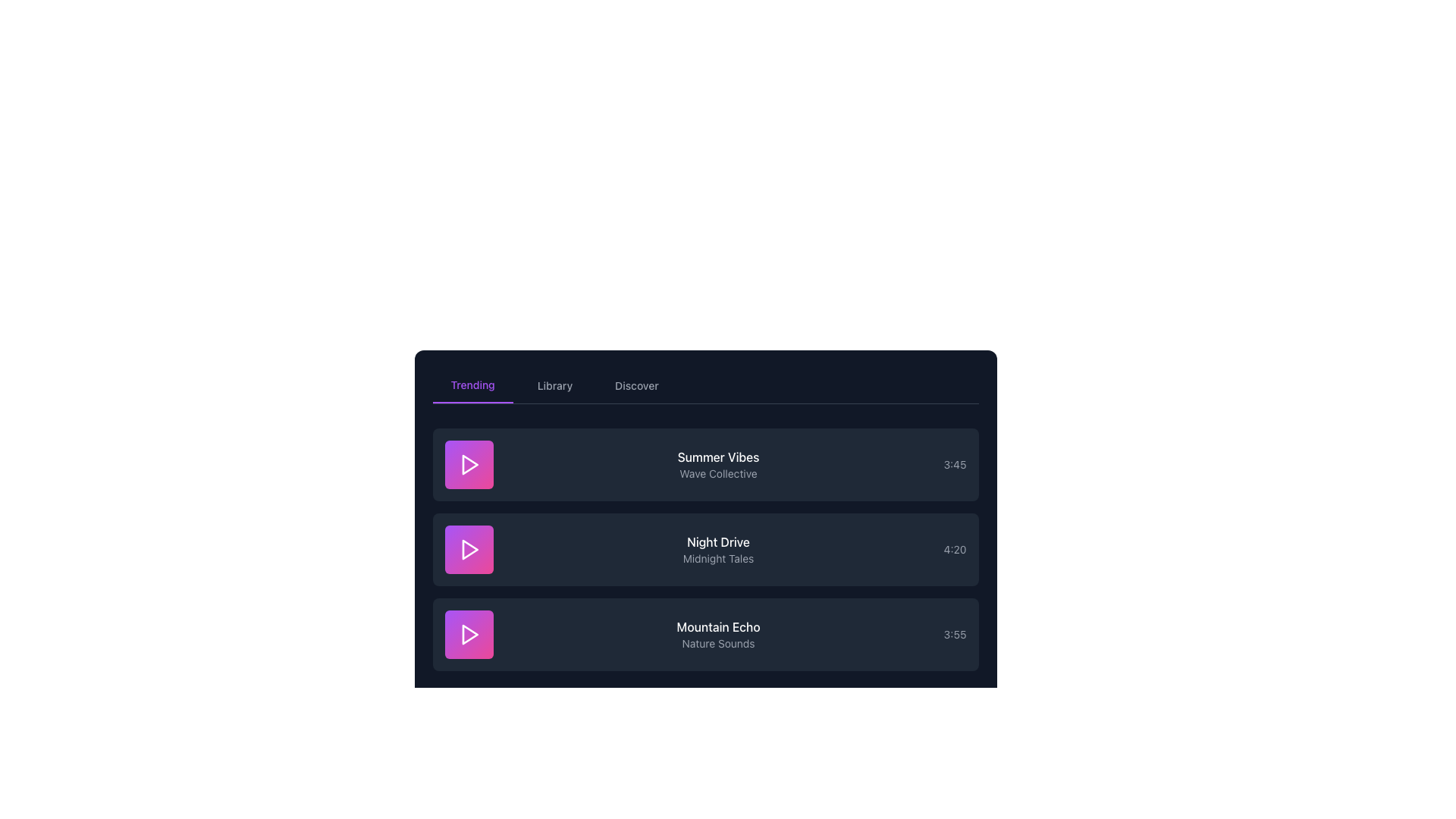 This screenshot has height=819, width=1456. Describe the element at coordinates (468, 635) in the screenshot. I see `the audio play button located at the leftmost side of the third row, which includes the text elements 'Mountain Echo', 'Nature Sounds', and the duration '3:55'` at that location.